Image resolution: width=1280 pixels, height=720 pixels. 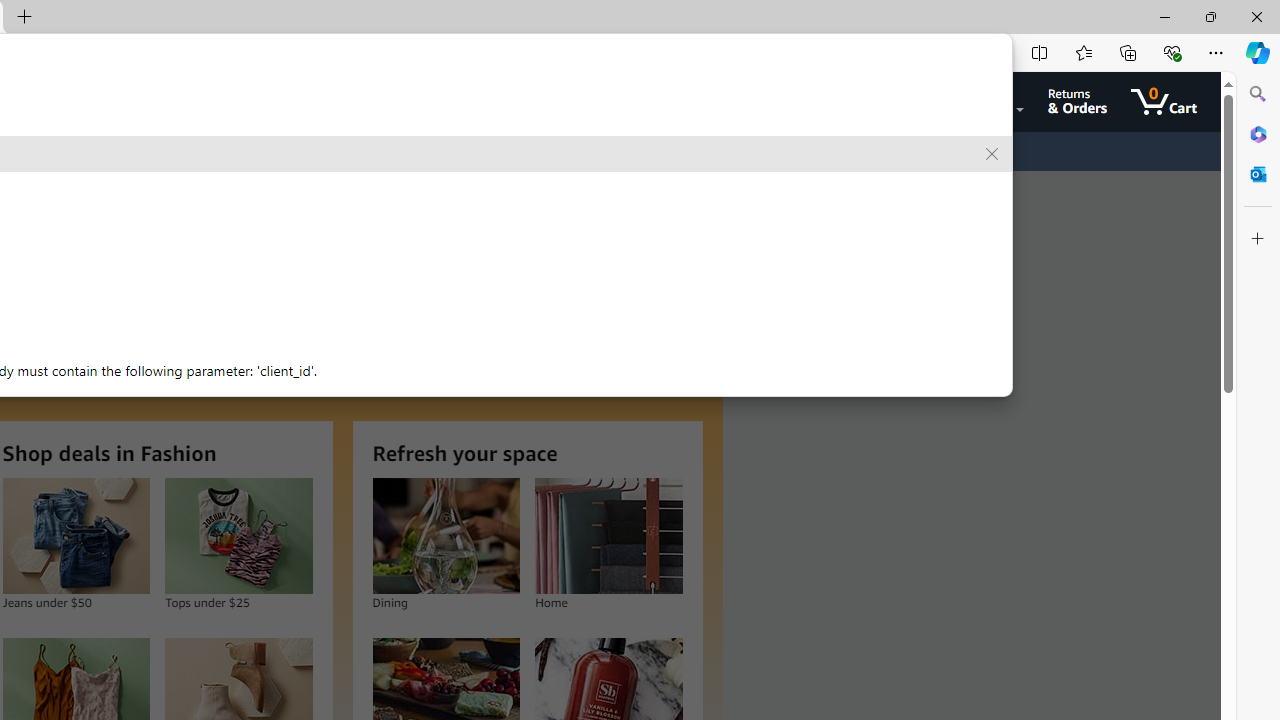 I want to click on 'Dining', so click(x=445, y=535).